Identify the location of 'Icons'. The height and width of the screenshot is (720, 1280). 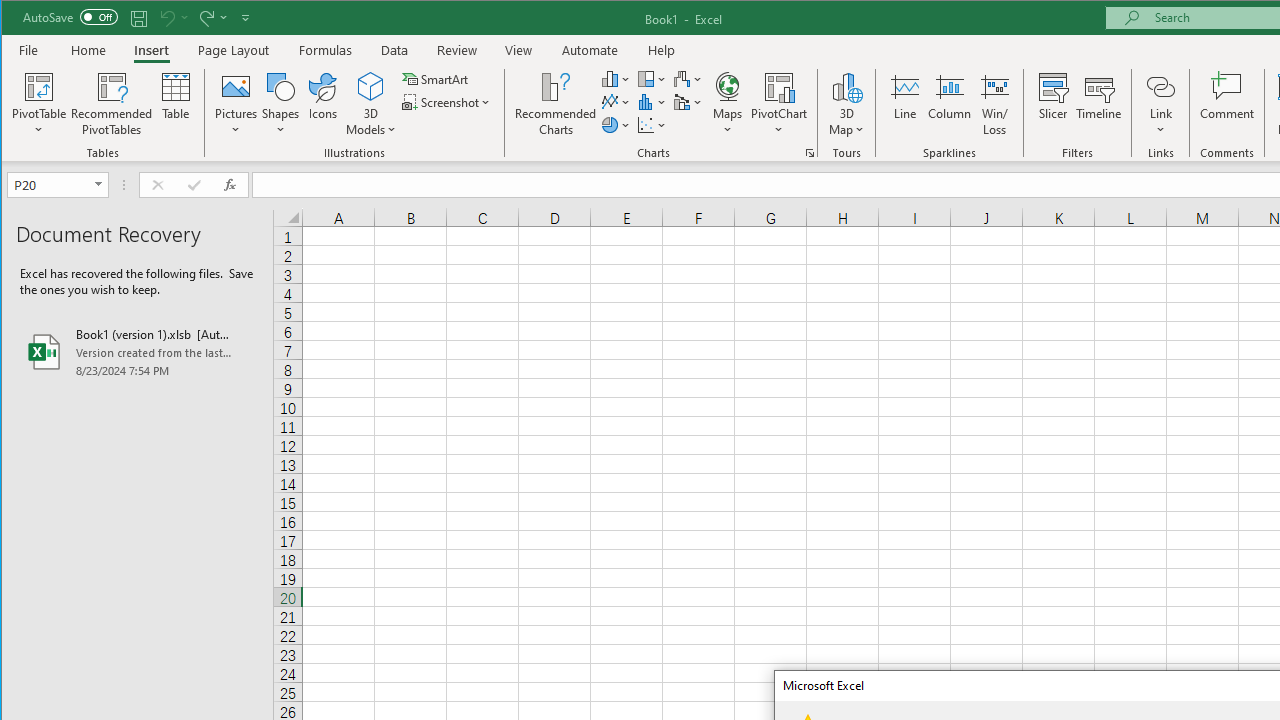
(323, 104).